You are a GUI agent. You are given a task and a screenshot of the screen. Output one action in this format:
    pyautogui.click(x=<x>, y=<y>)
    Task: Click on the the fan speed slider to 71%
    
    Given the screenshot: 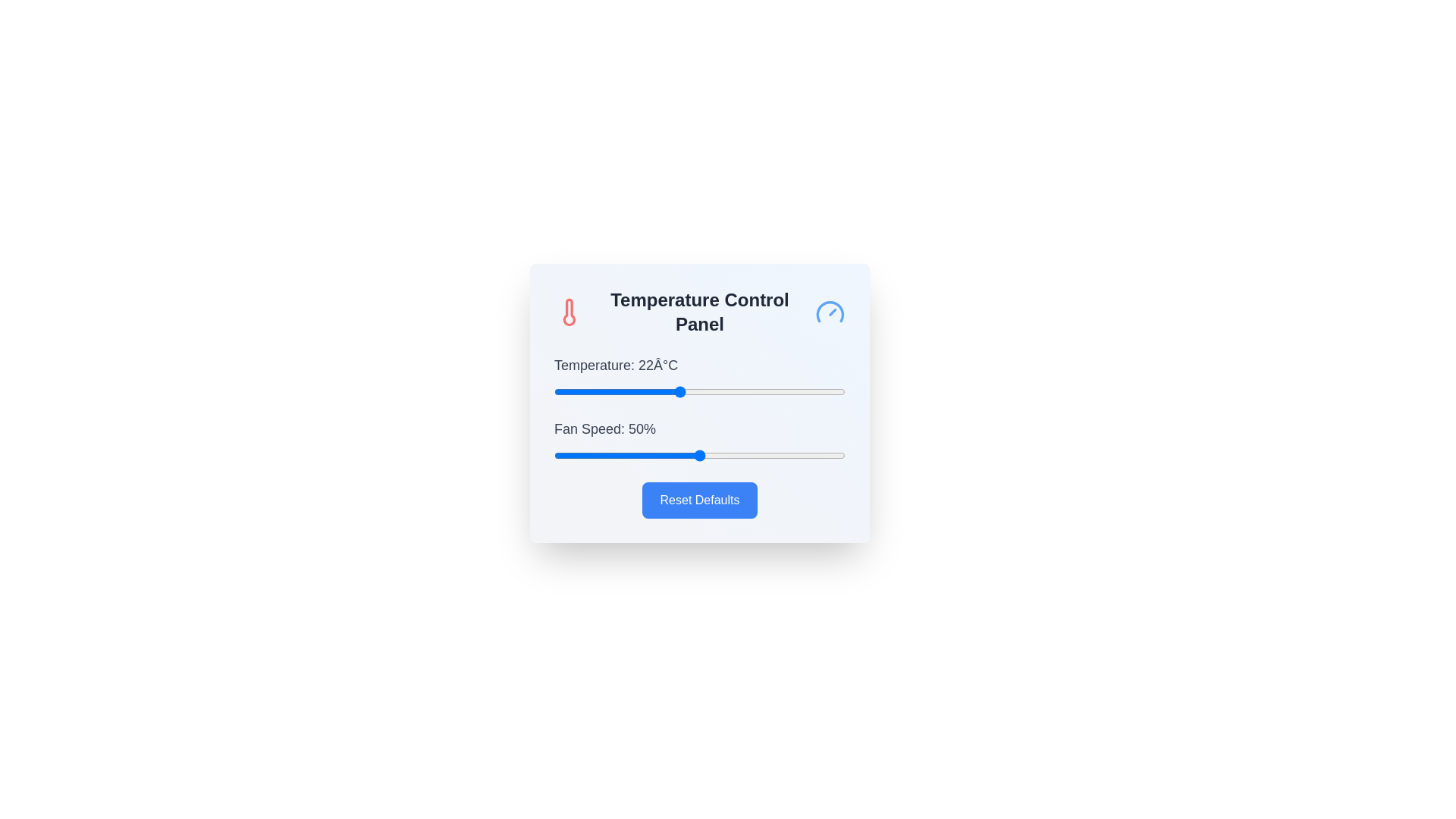 What is the action you would take?
    pyautogui.click(x=761, y=455)
    